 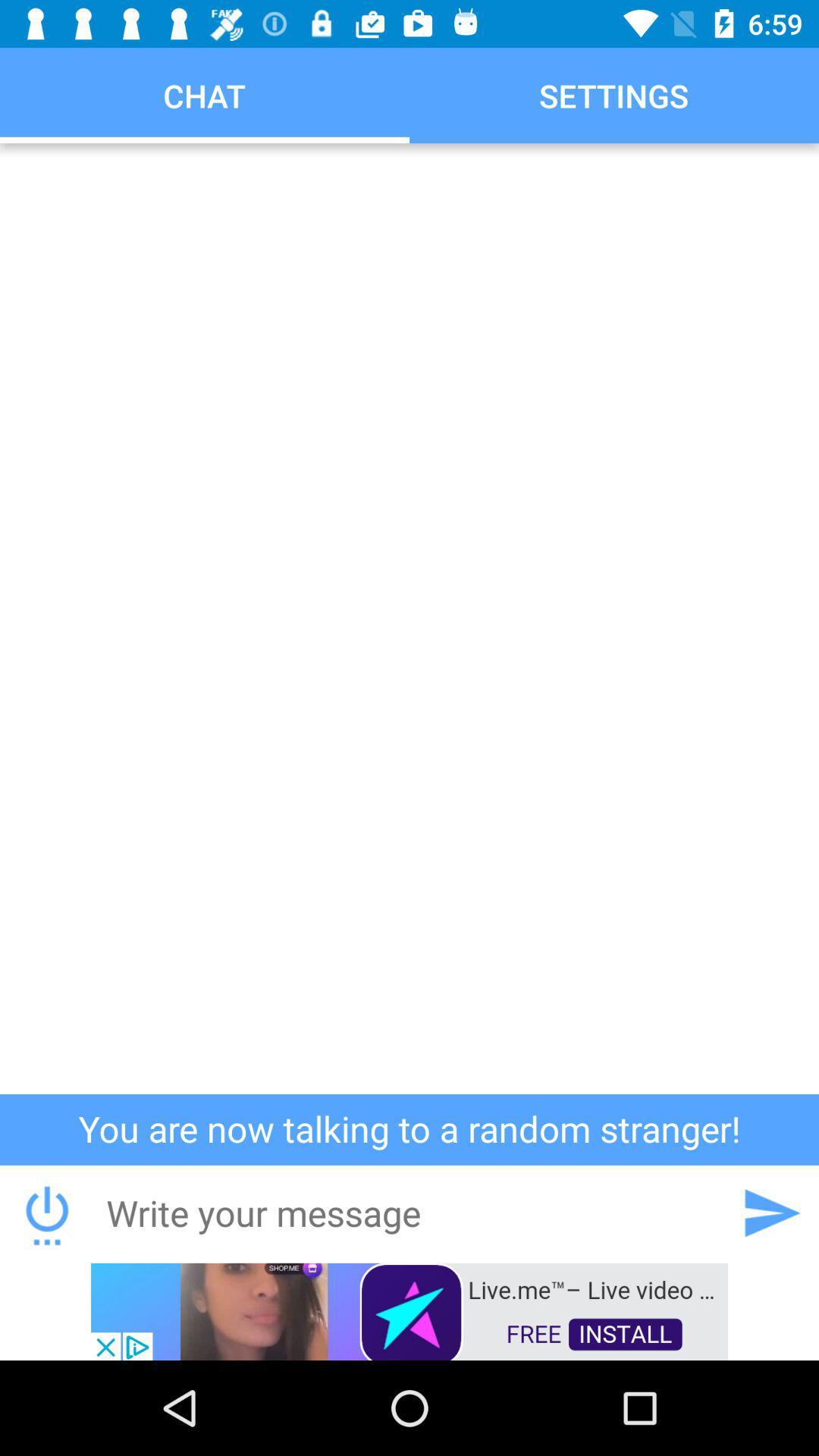 I want to click on send message, so click(x=771, y=1212).